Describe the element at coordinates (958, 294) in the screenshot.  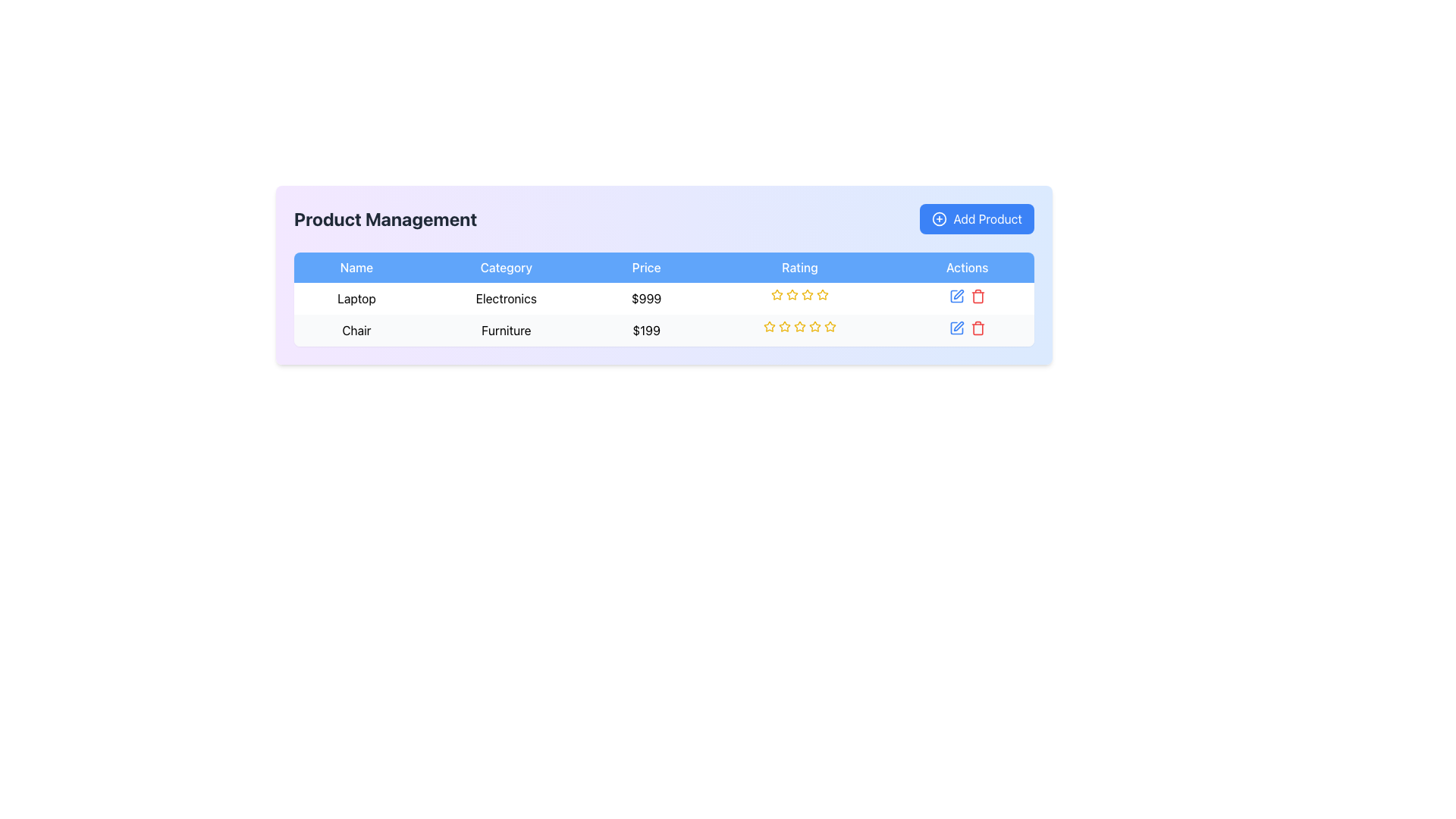
I see `the edit action icon in the 'Actions' column of the second row for the entry labeled 'Chair'` at that location.